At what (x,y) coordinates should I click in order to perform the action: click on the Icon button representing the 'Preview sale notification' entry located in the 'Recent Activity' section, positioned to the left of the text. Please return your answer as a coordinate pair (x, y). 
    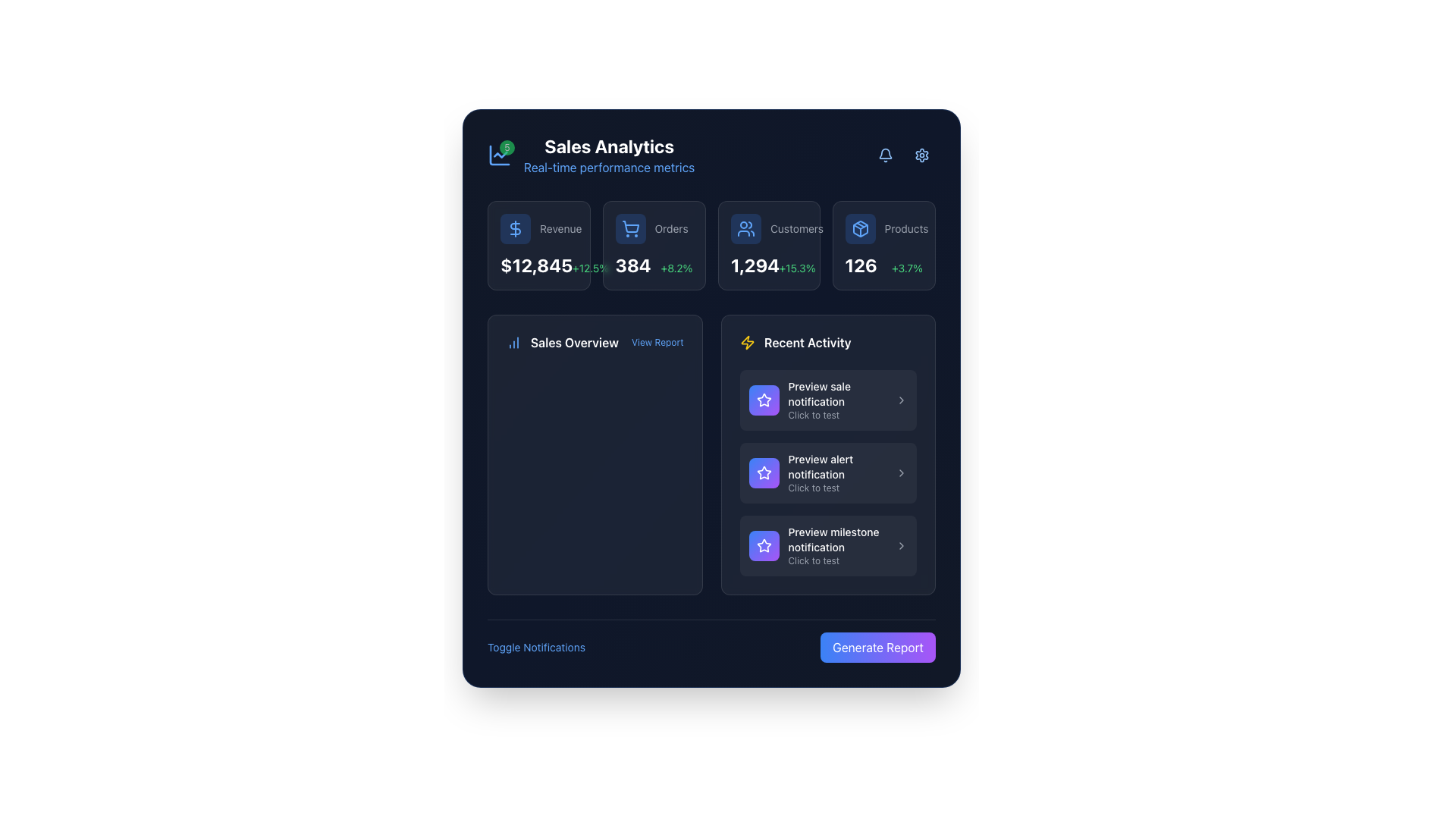
    Looking at the image, I should click on (764, 400).